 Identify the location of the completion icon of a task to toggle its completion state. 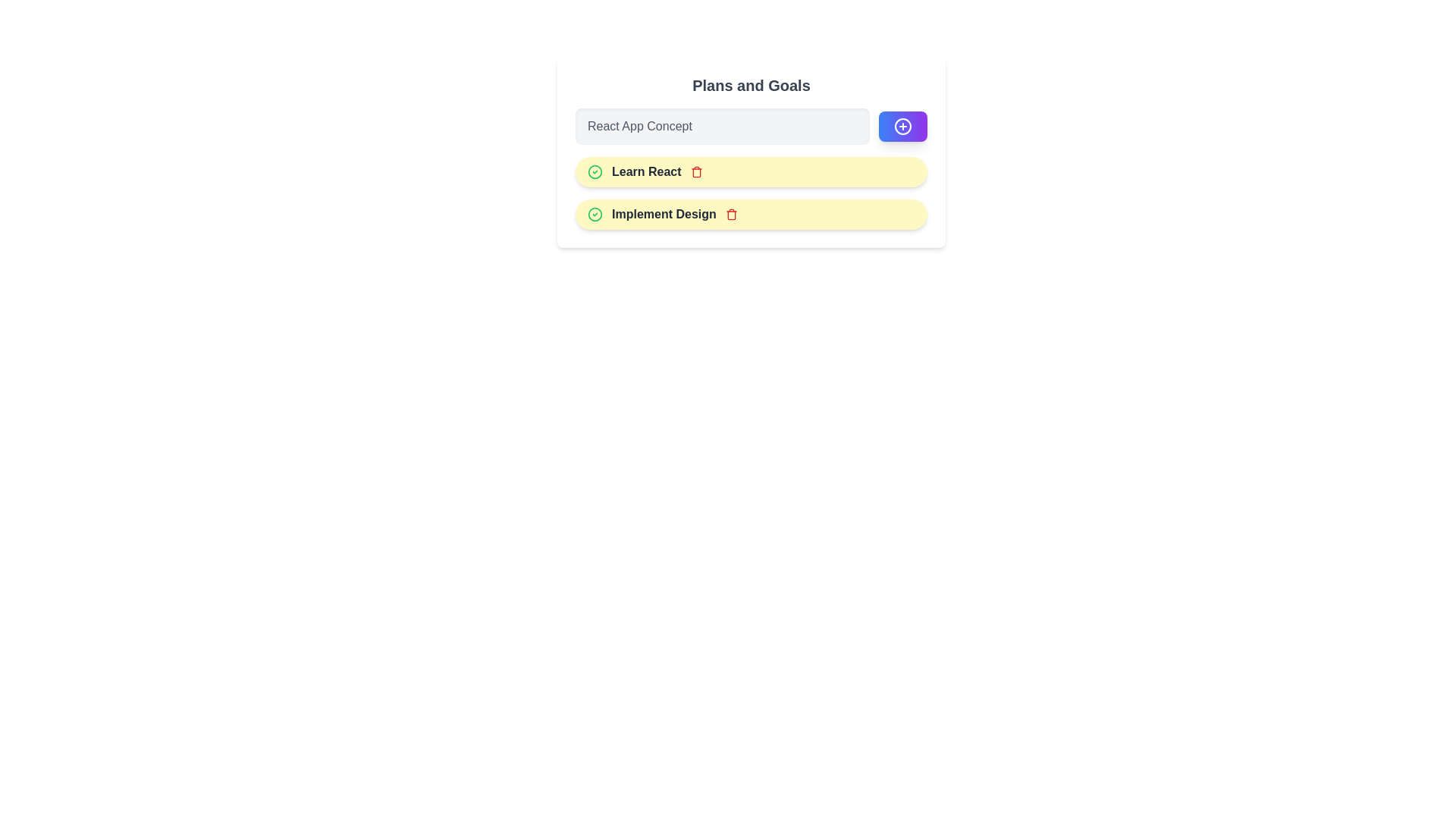
(595, 171).